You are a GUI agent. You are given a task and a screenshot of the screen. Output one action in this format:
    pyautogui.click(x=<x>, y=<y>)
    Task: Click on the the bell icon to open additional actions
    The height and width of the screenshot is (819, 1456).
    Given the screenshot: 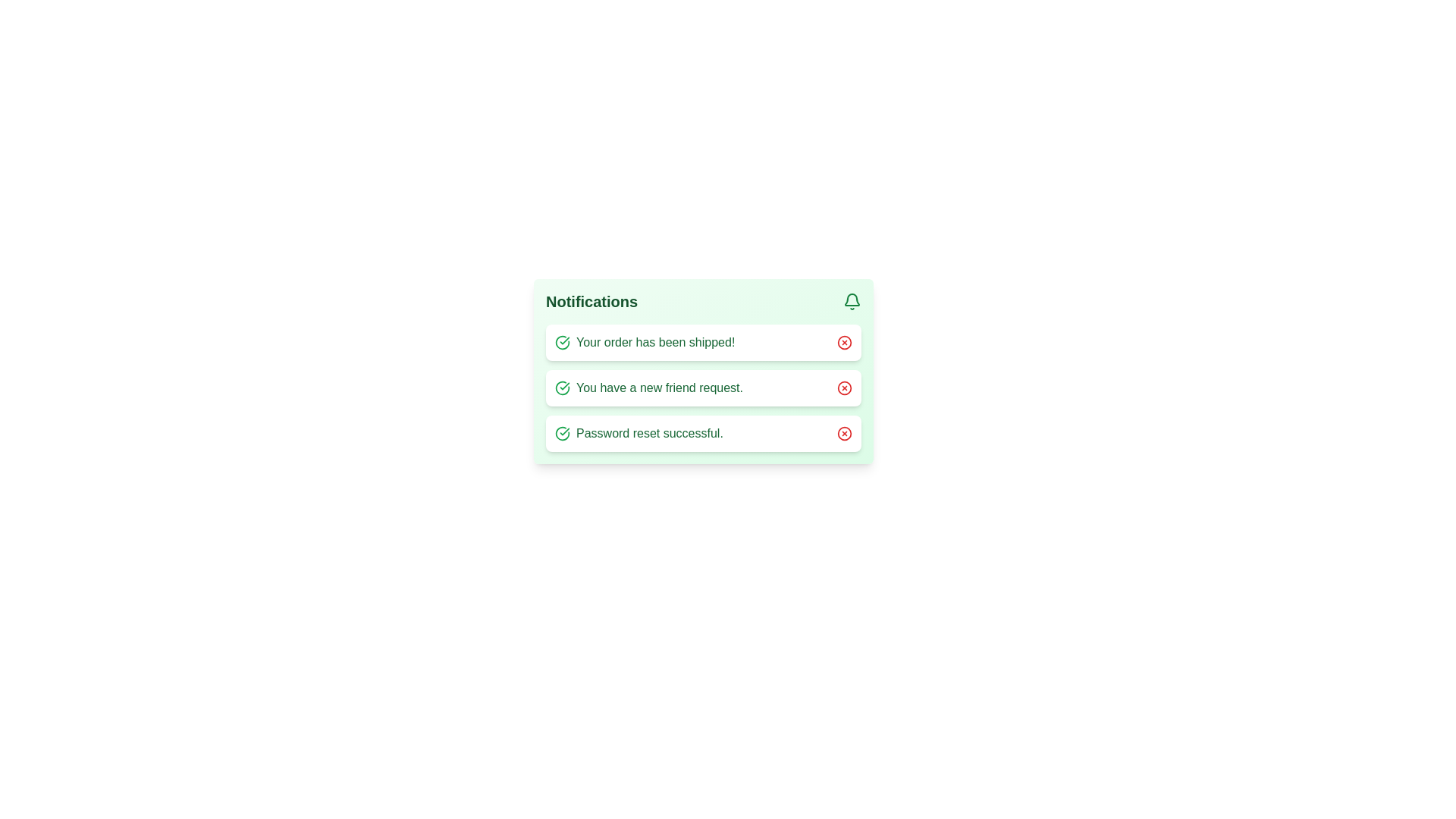 What is the action you would take?
    pyautogui.click(x=852, y=301)
    